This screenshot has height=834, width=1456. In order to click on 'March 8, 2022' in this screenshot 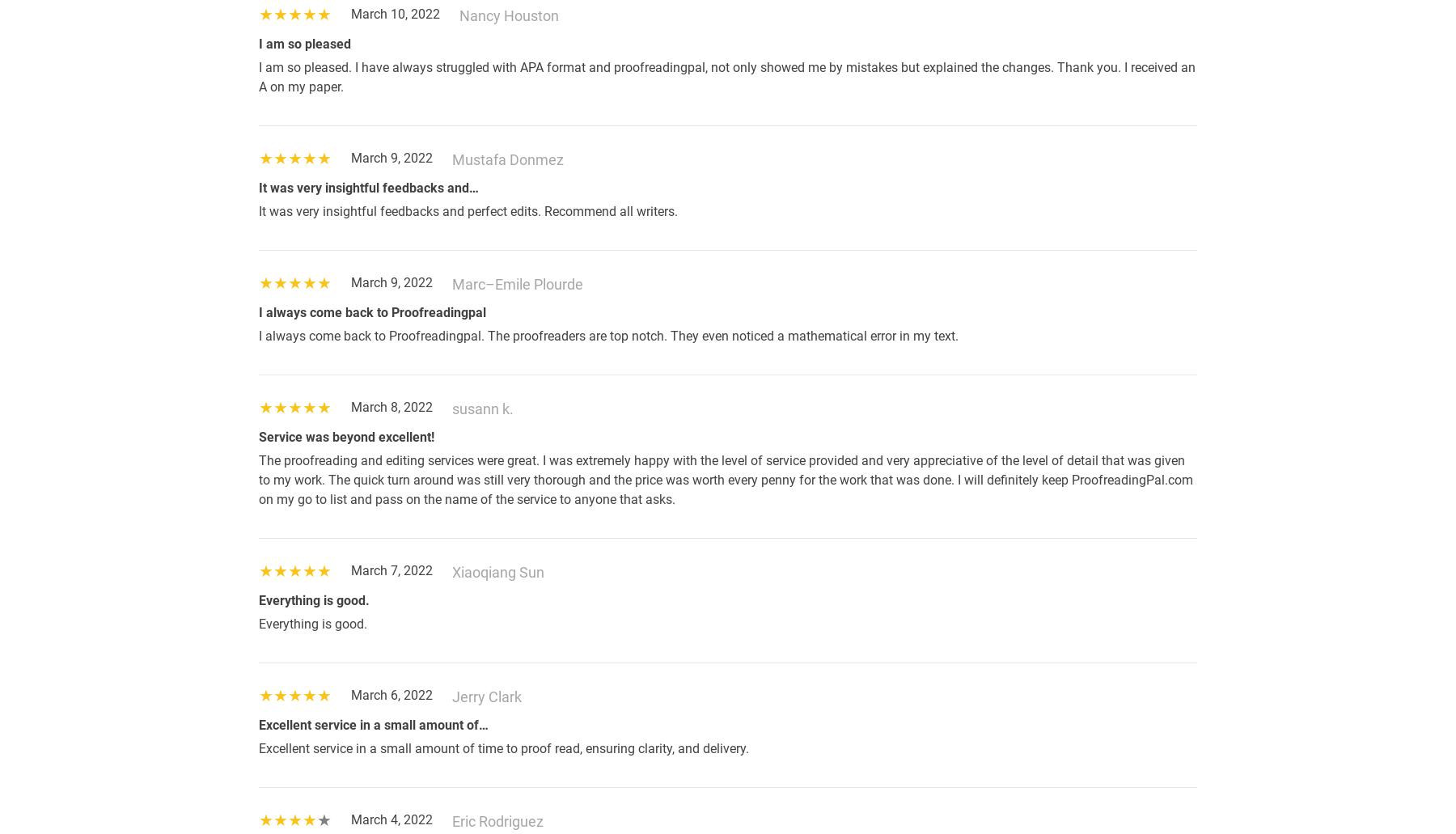, I will do `click(391, 407)`.